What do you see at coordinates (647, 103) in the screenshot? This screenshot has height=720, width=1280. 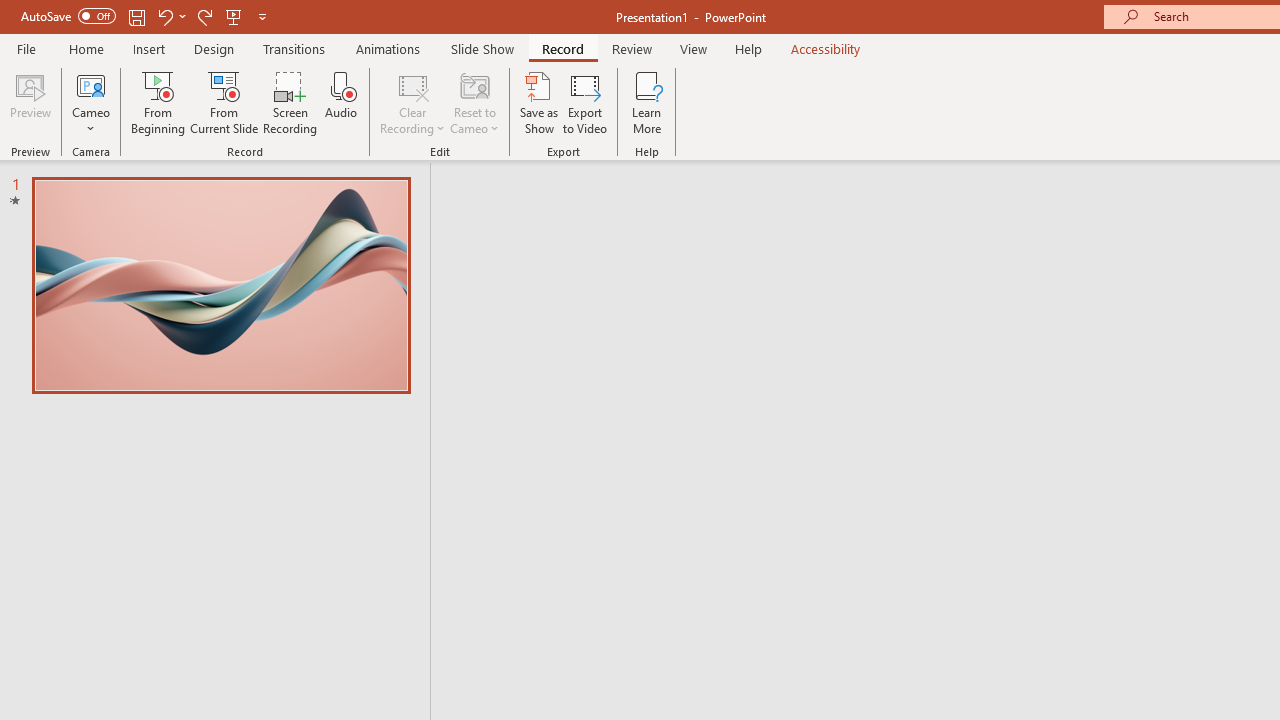 I see `'Learn More'` at bounding box center [647, 103].